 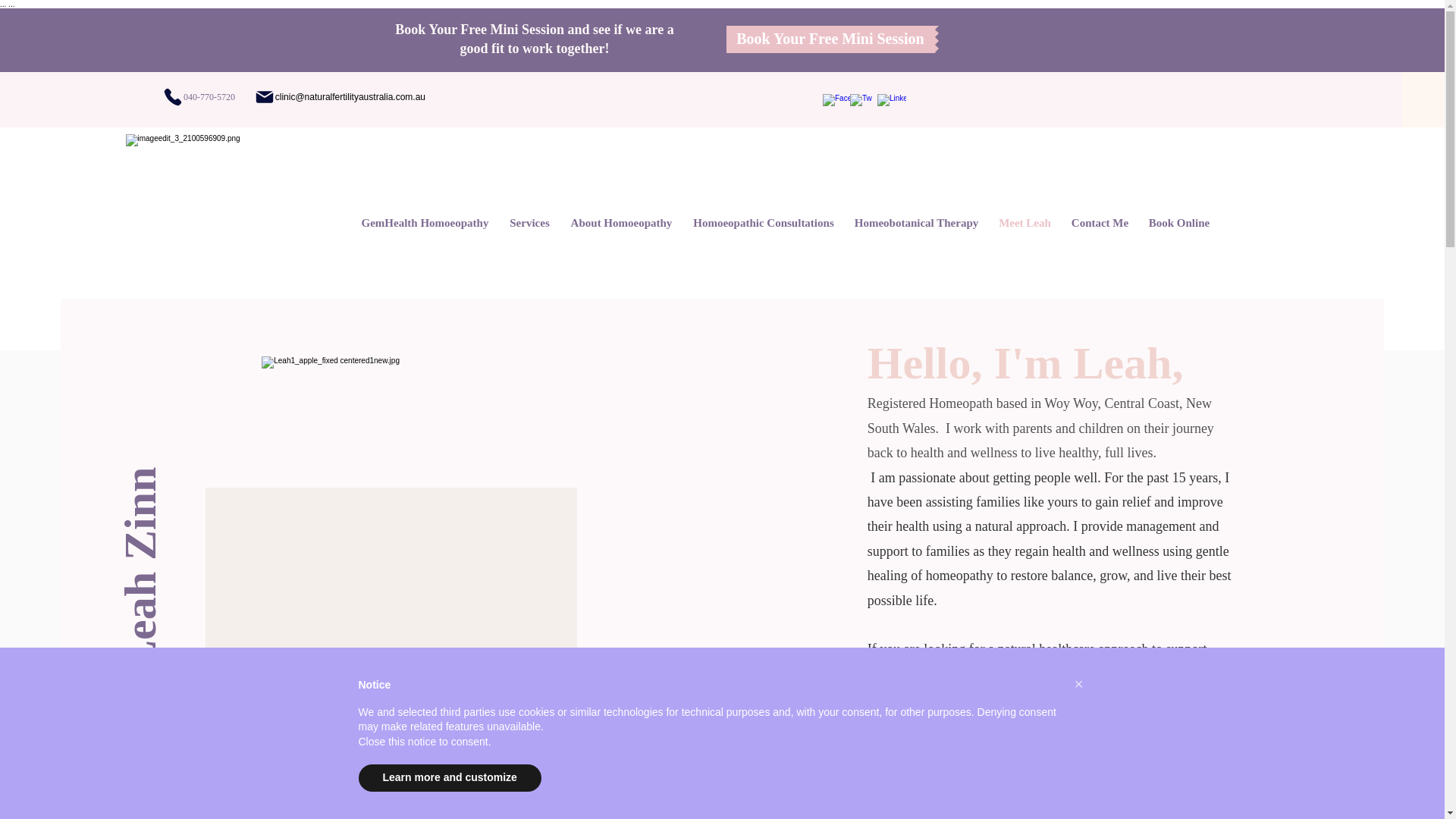 What do you see at coordinates (1025, 222) in the screenshot?
I see `'Meet Leah'` at bounding box center [1025, 222].